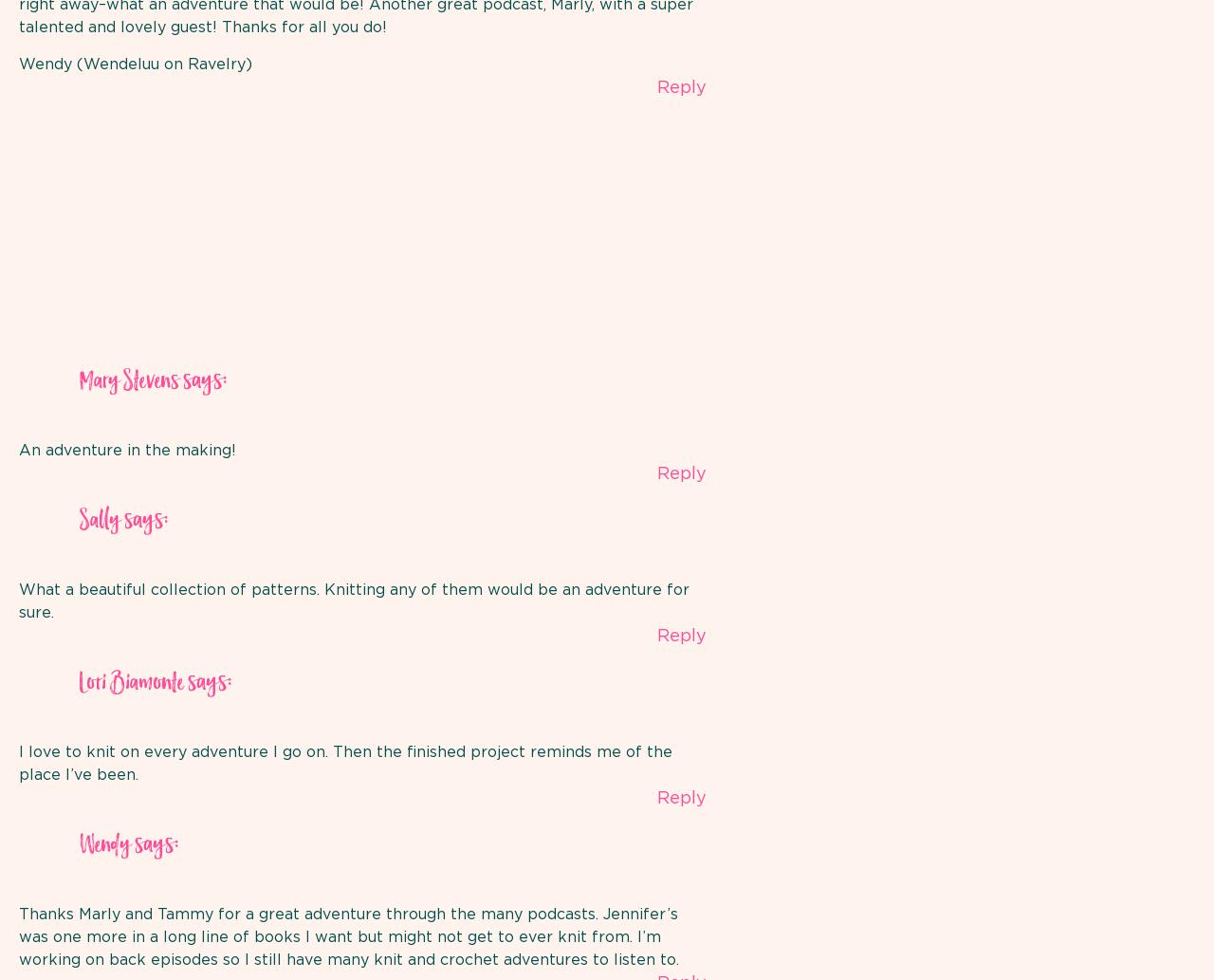 This screenshot has width=1214, height=980. I want to click on 'I love to knit on every adventure I go on. Then the finished project reminds me of the place I’ve been.', so click(345, 764).